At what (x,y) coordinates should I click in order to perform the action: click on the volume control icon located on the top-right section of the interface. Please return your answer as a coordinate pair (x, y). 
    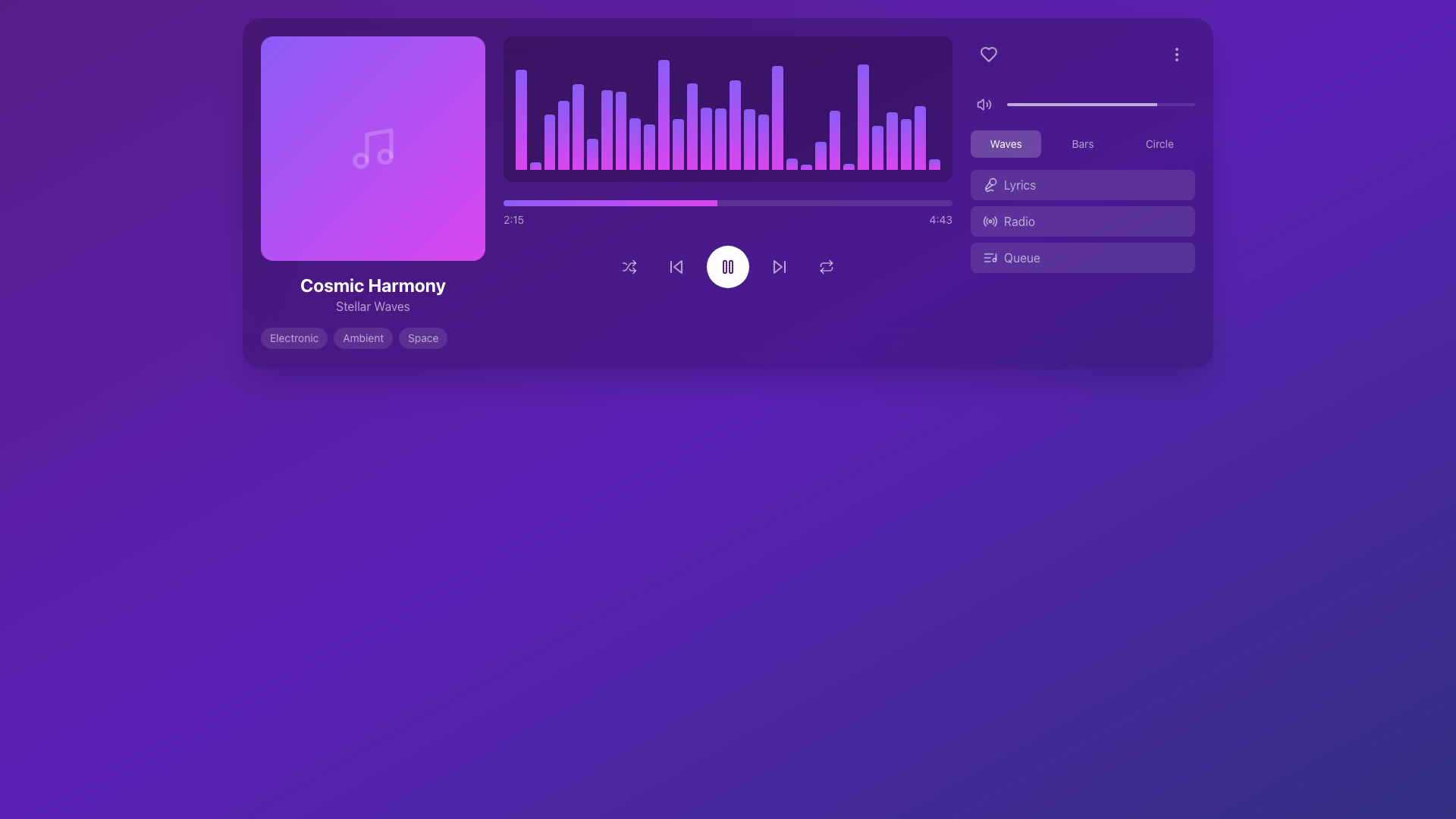
    Looking at the image, I should click on (984, 104).